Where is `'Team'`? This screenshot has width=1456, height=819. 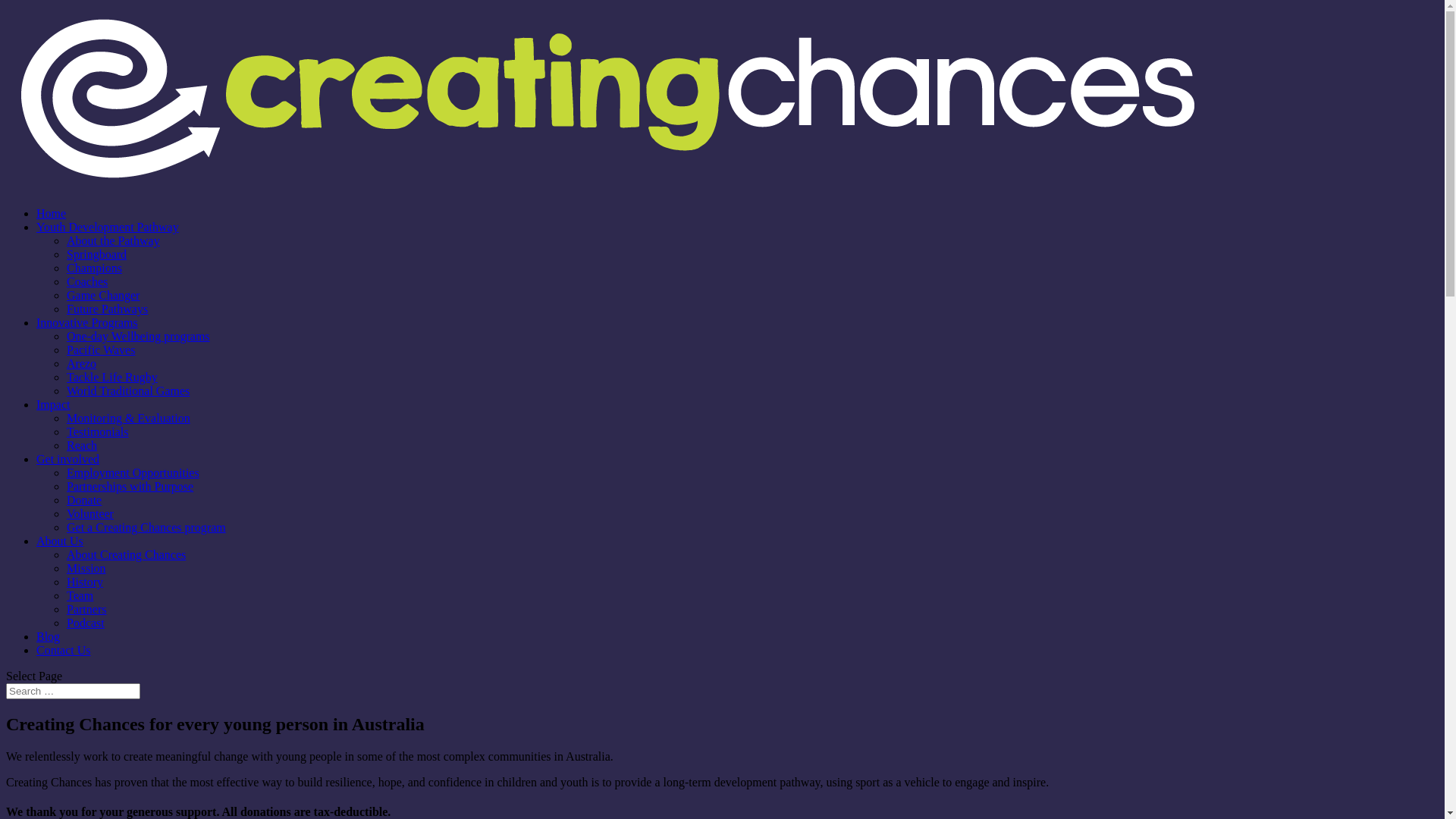
'Team' is located at coordinates (79, 595).